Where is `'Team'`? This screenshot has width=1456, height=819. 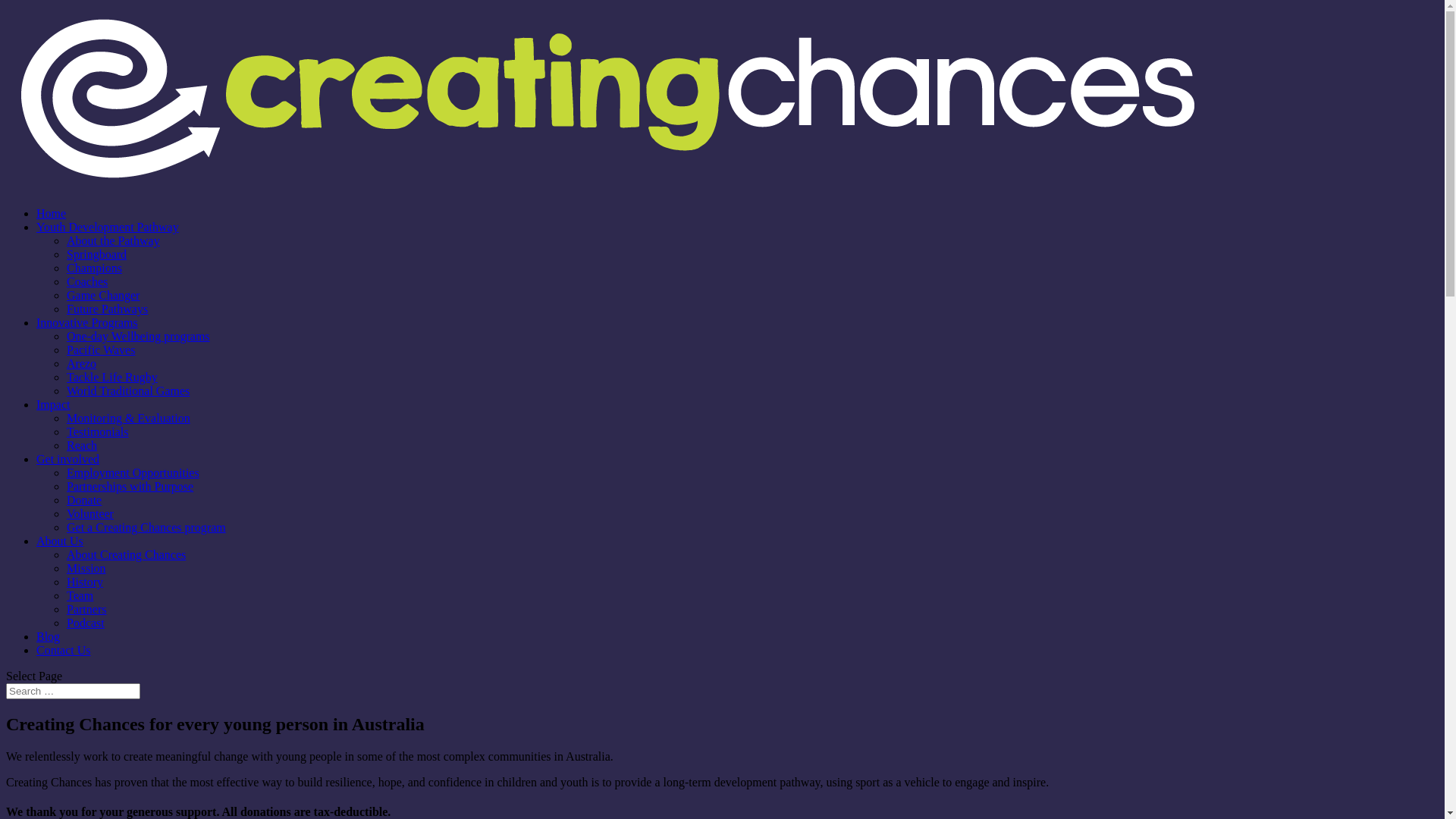
'Team' is located at coordinates (79, 595).